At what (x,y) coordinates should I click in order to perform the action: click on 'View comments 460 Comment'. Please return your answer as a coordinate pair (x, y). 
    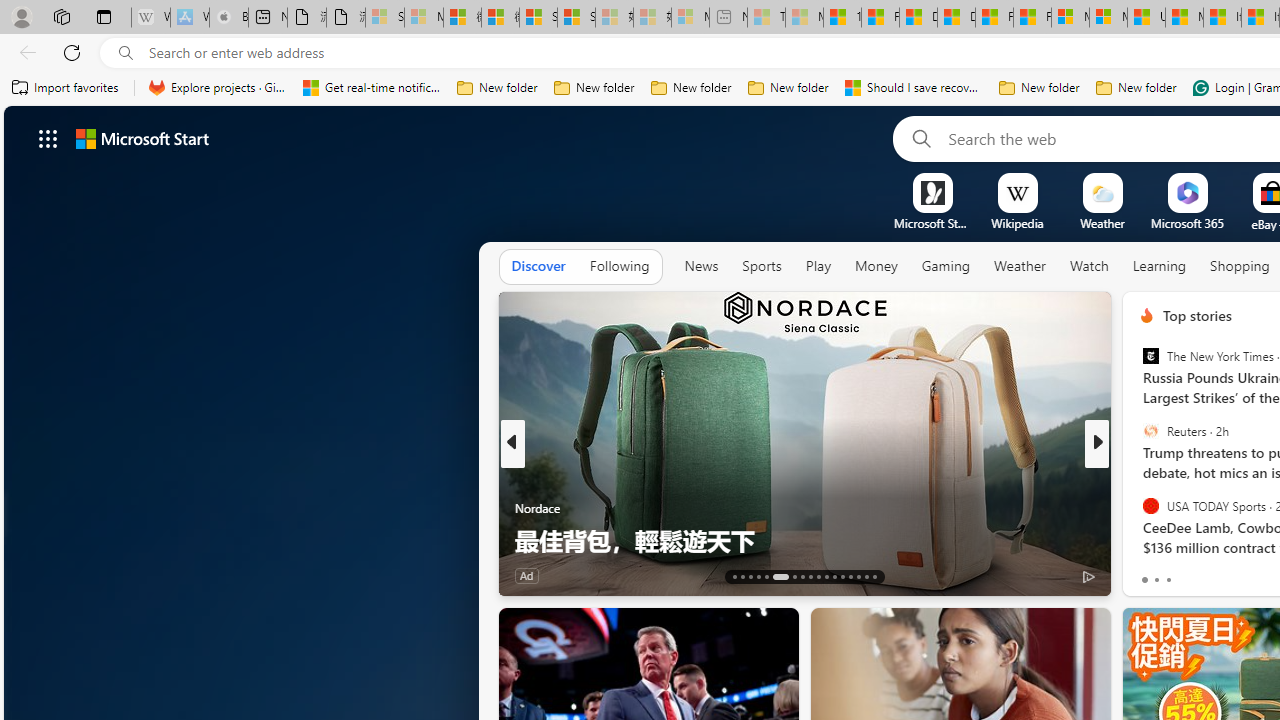
    Looking at the image, I should click on (1234, 575).